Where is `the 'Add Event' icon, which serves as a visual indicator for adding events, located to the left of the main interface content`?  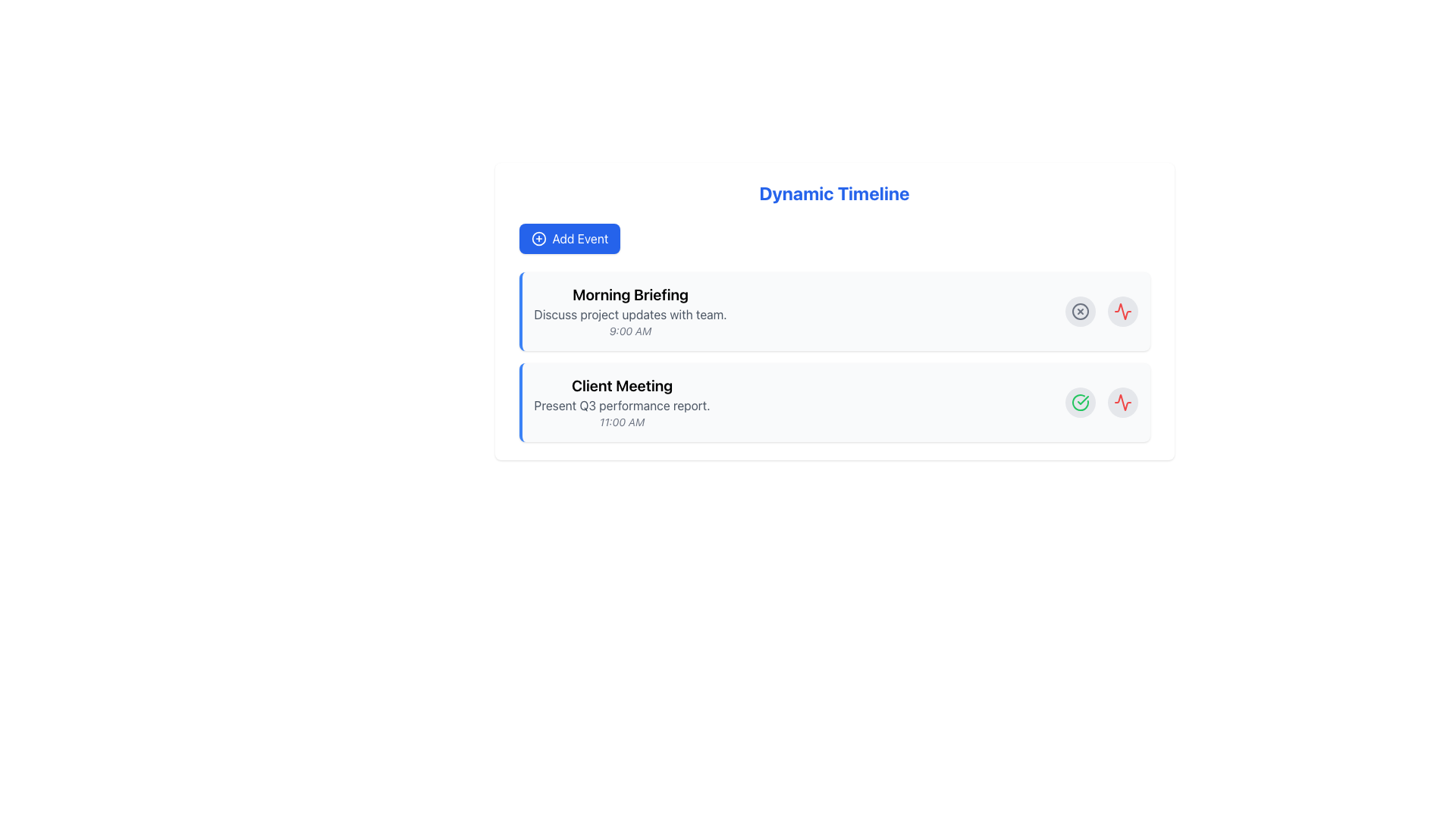
the 'Add Event' icon, which serves as a visual indicator for adding events, located to the left of the main interface content is located at coordinates (538, 239).